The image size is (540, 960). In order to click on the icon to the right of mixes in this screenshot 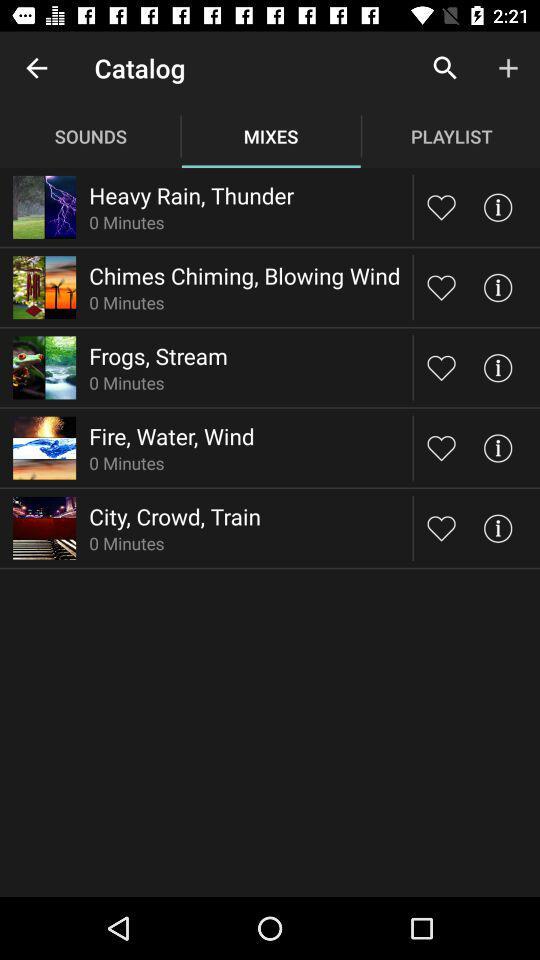, I will do `click(445, 68)`.